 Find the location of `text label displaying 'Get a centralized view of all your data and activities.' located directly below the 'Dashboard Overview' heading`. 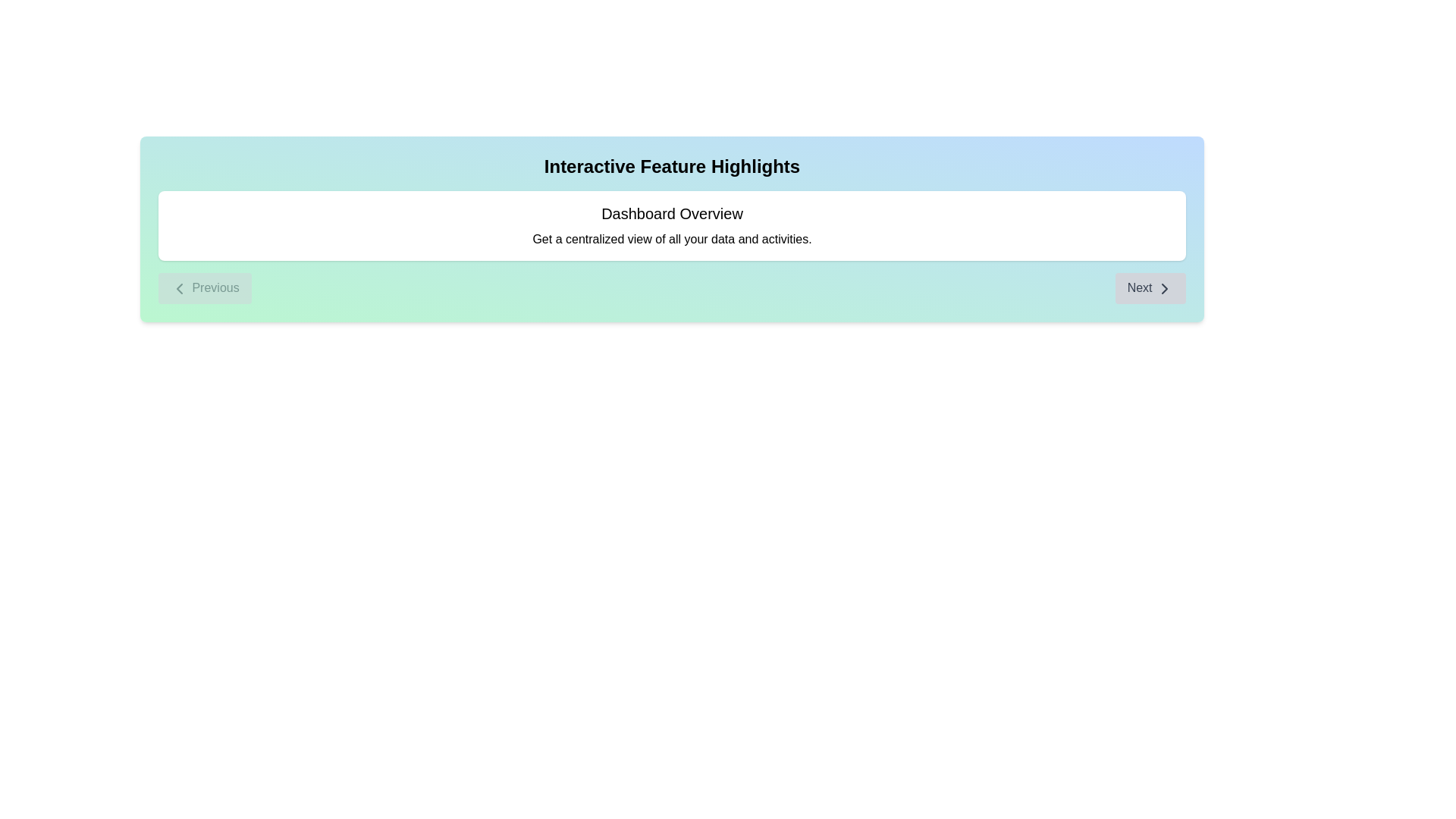

text label displaying 'Get a centralized view of all your data and activities.' located directly below the 'Dashboard Overview' heading is located at coordinates (671, 239).